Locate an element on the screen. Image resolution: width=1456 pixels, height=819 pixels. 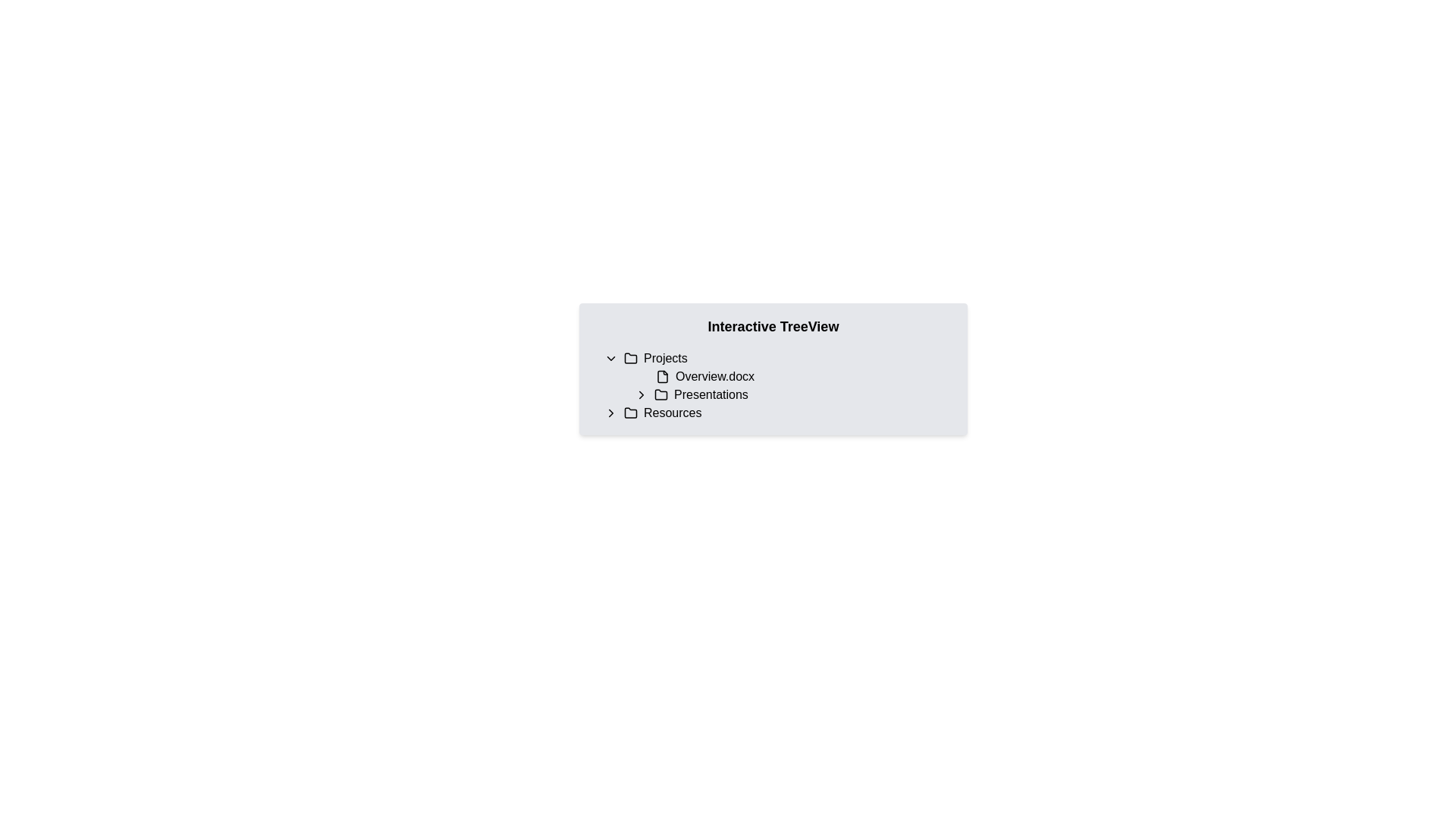
the folder icon located under the 'Projects' section is located at coordinates (661, 394).